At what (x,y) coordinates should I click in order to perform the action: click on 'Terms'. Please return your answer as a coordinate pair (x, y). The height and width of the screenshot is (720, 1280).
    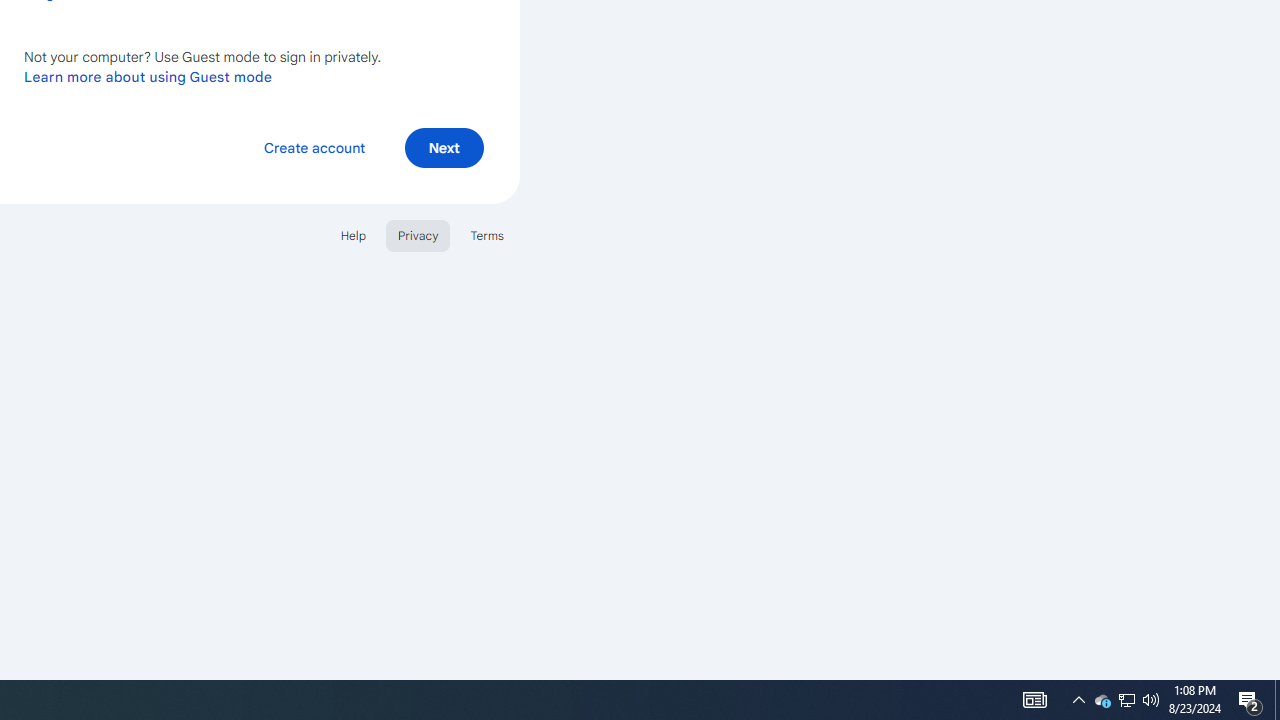
    Looking at the image, I should click on (487, 234).